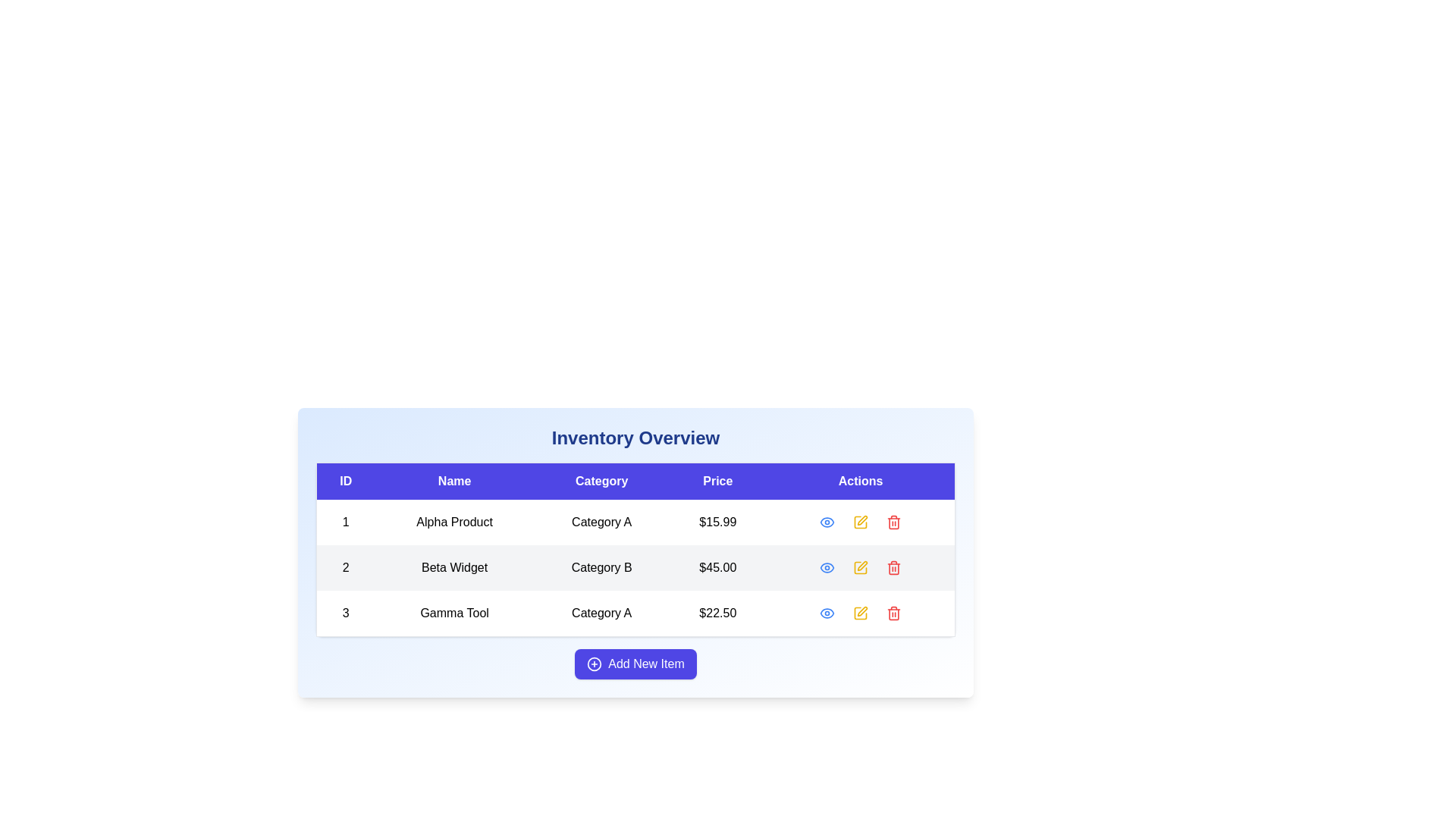  Describe the element at coordinates (453, 613) in the screenshot. I see `text label identifying the item in the inventory list as 'Gamma Tool', located in the second column of the third row under the 'Inventory Overview' header` at that location.